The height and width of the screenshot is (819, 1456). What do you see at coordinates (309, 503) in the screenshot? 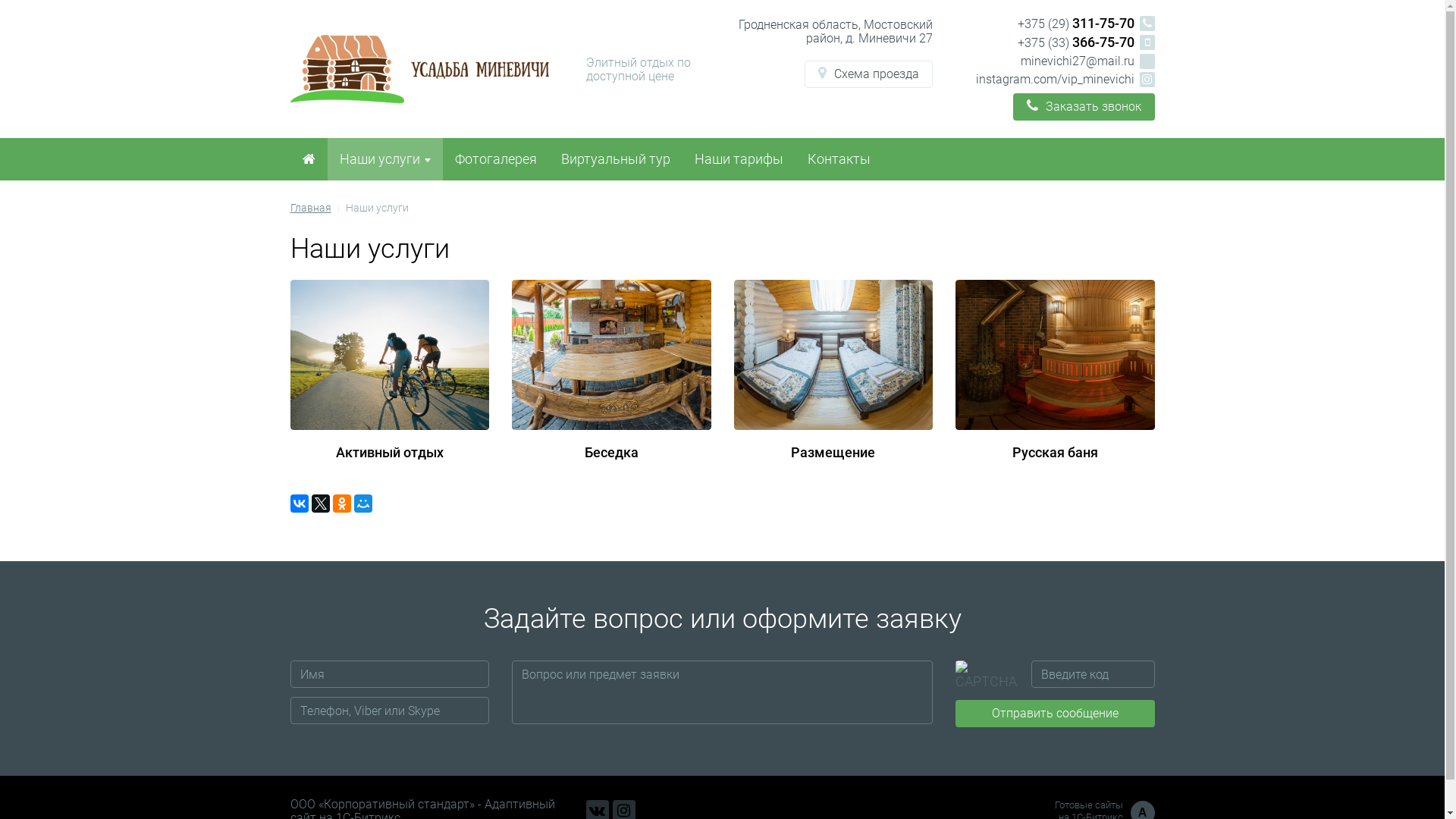
I see `'Twitter'` at bounding box center [309, 503].